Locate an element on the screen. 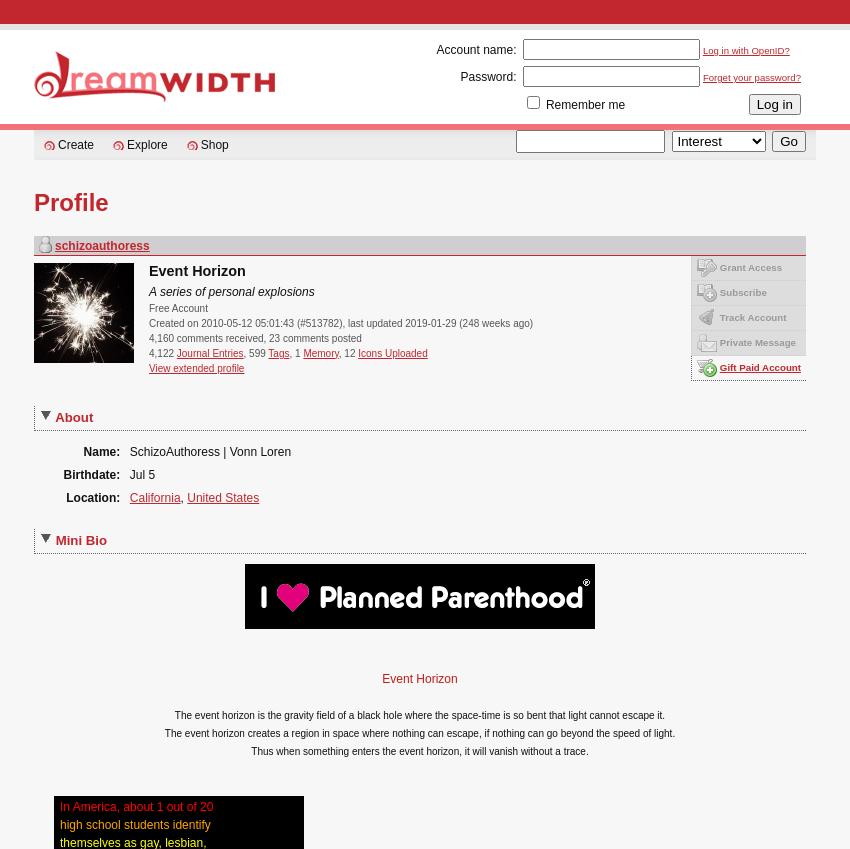 This screenshot has width=850, height=849. 'Remember me' is located at coordinates (544, 104).